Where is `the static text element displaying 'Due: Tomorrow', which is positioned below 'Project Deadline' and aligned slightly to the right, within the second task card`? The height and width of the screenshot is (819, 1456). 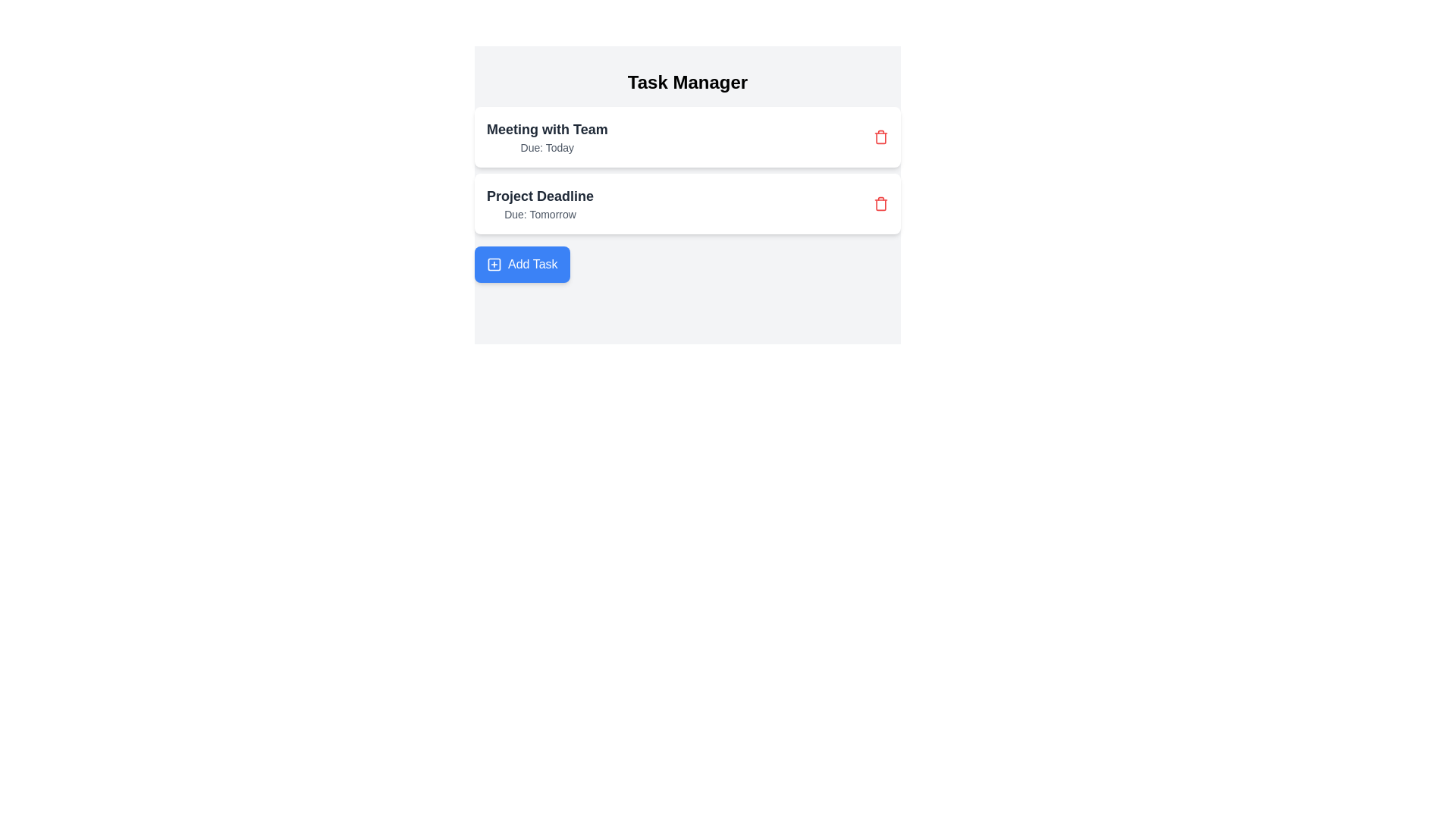 the static text element displaying 'Due: Tomorrow', which is positioned below 'Project Deadline' and aligned slightly to the right, within the second task card is located at coordinates (540, 214).